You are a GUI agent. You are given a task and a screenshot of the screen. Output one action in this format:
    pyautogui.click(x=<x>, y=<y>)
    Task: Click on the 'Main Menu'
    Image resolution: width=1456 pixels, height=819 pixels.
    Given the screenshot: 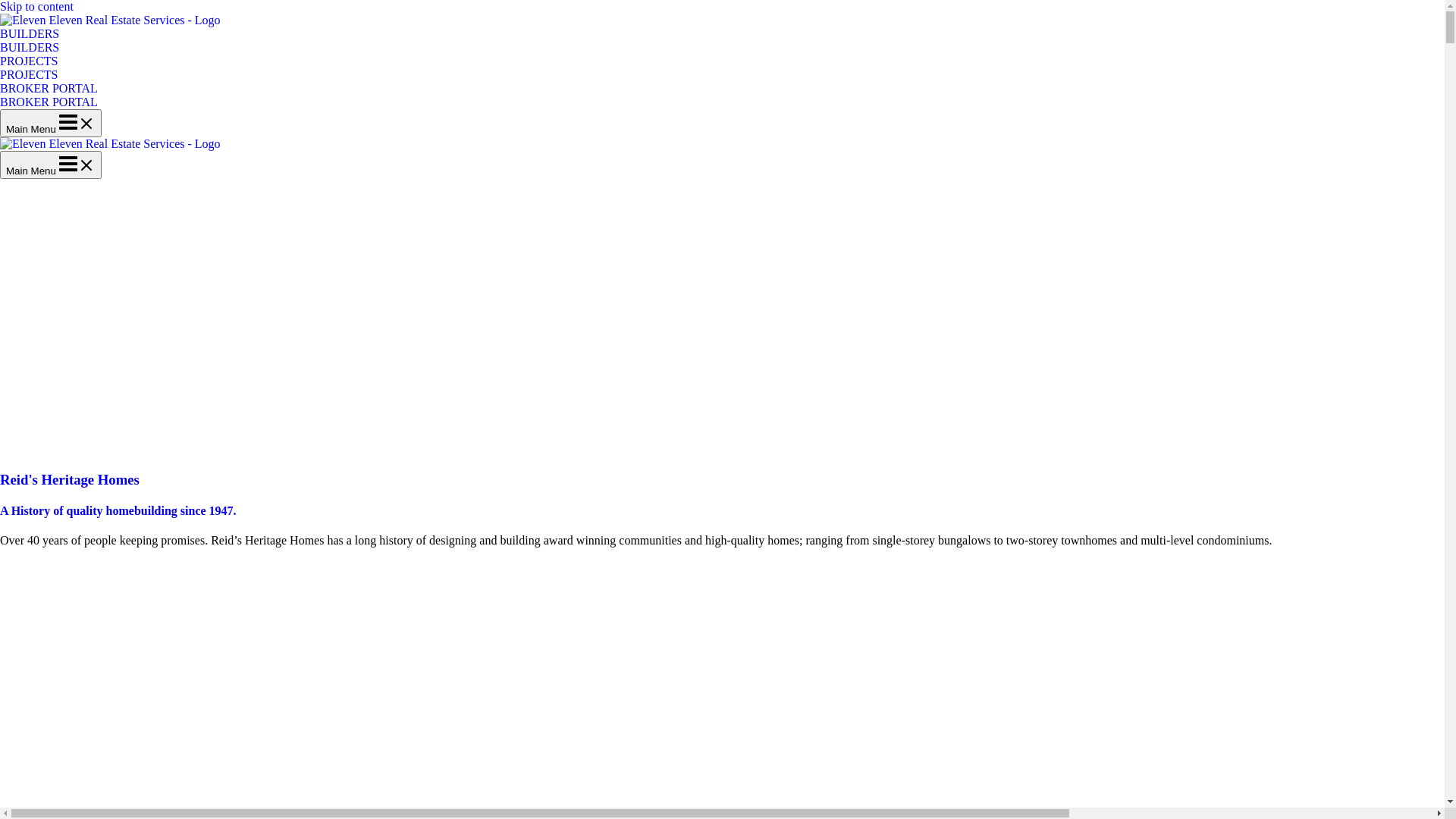 What is the action you would take?
    pyautogui.click(x=51, y=165)
    